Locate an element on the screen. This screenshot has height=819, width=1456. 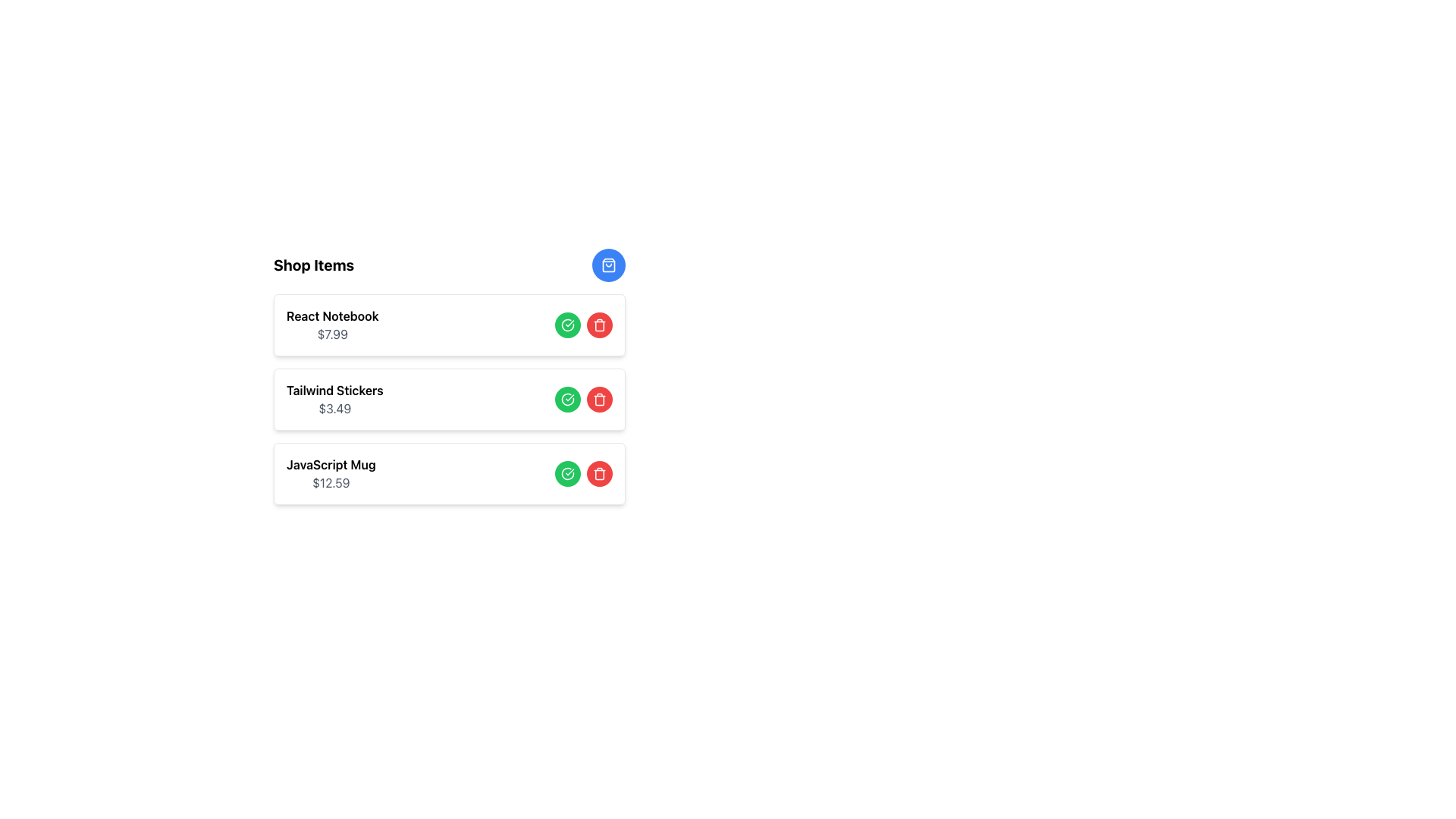
the delete button located to the far right of the 'JavaScript Mug' list item row is located at coordinates (599, 472).